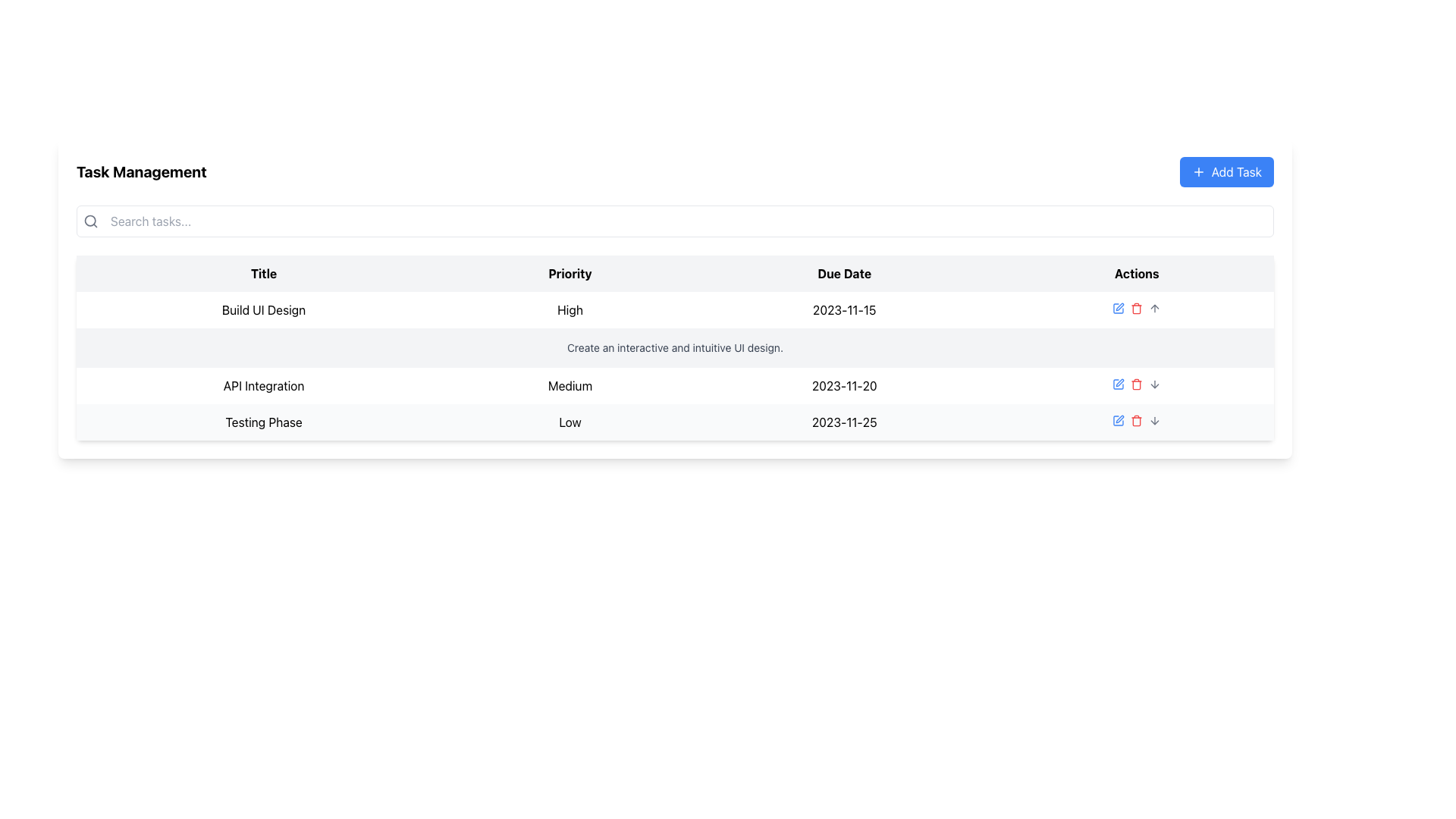  What do you see at coordinates (1137, 383) in the screenshot?
I see `the delete button in the 'Actions' column of the second row of the table` at bounding box center [1137, 383].